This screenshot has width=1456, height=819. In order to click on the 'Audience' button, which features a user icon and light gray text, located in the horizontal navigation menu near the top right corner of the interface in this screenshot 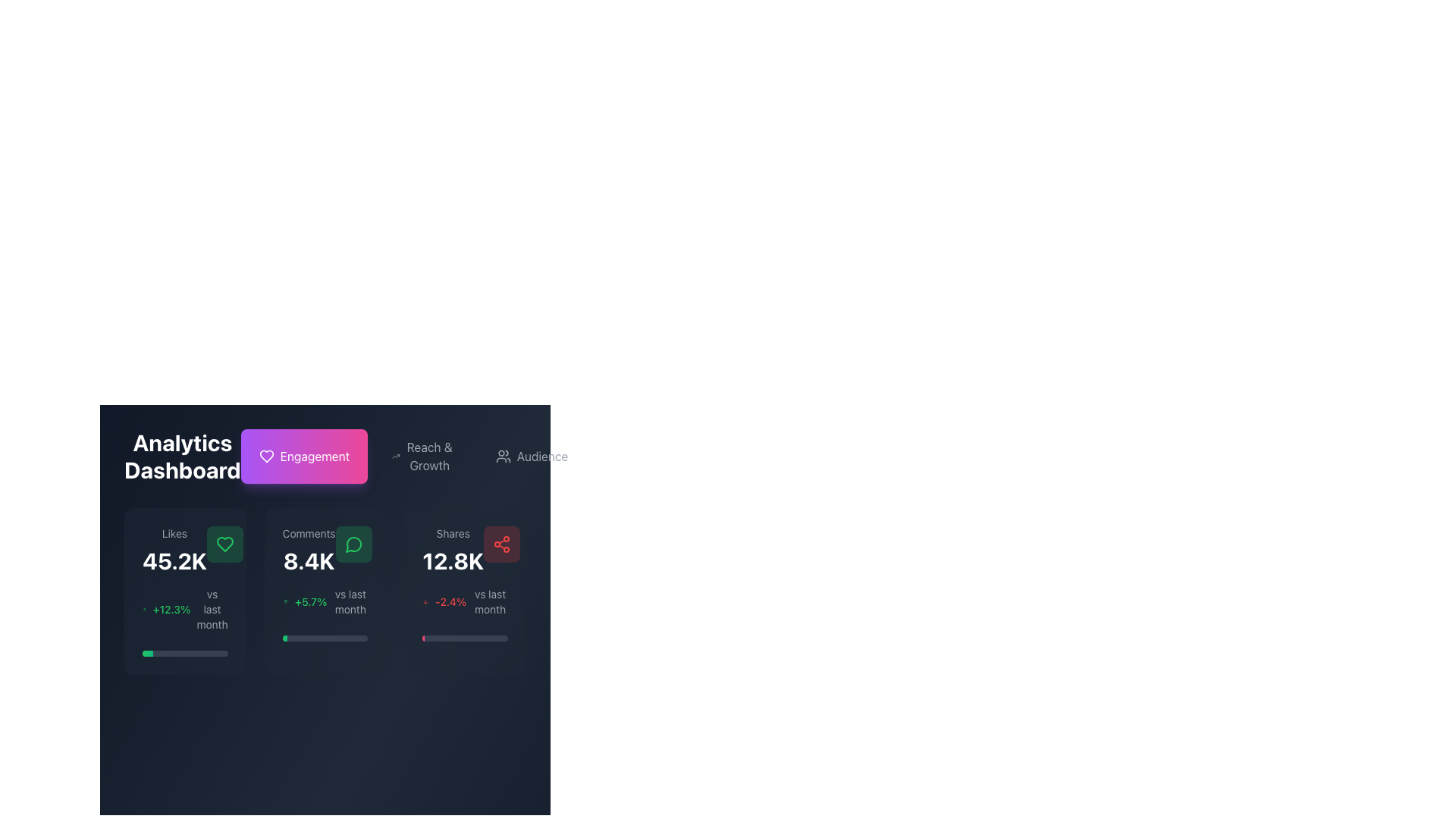, I will do `click(532, 455)`.